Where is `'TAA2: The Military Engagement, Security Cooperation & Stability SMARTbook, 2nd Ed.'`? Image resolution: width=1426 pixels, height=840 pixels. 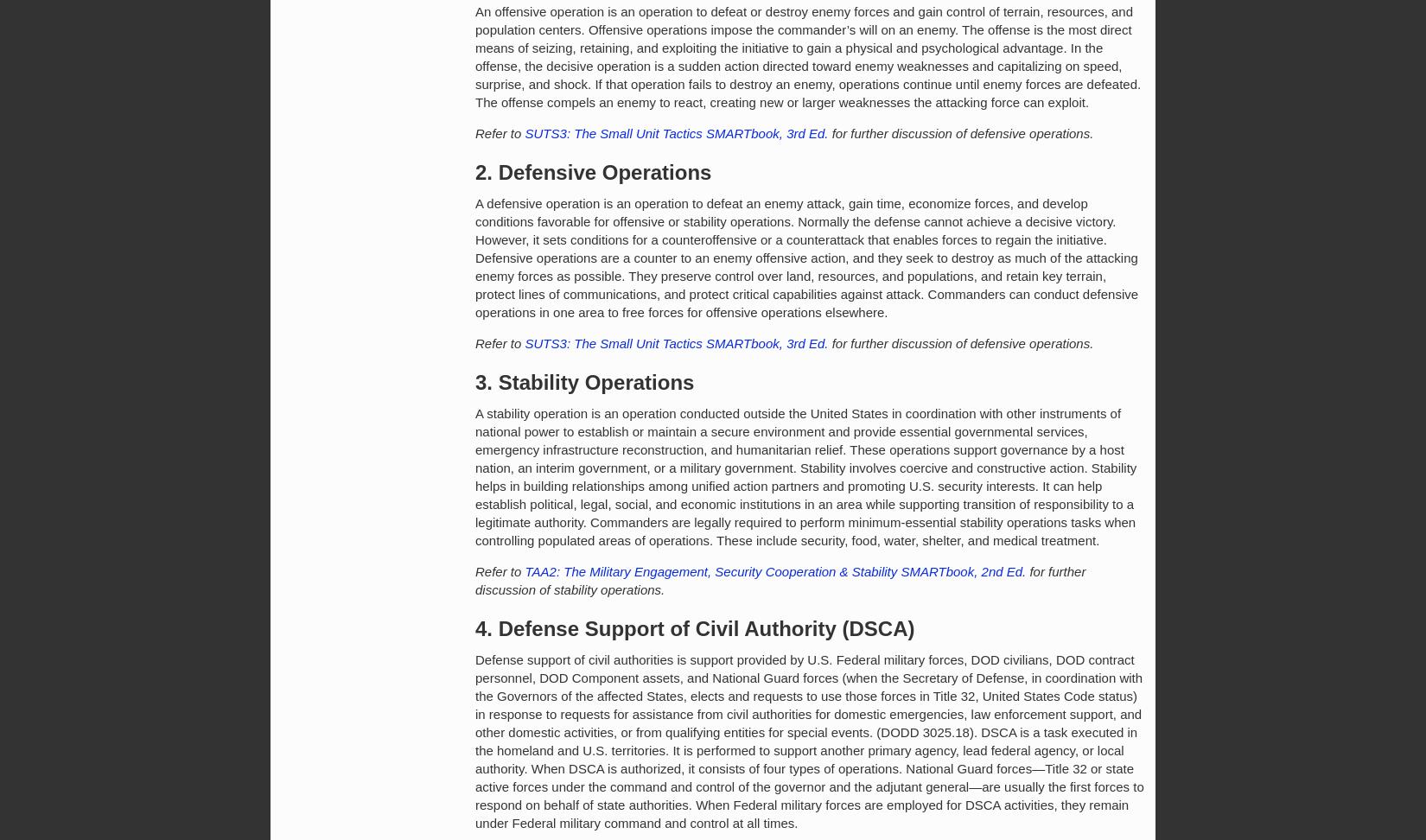
'TAA2: The Military Engagement, Security Cooperation & Stability SMARTbook, 2nd Ed.' is located at coordinates (524, 571).